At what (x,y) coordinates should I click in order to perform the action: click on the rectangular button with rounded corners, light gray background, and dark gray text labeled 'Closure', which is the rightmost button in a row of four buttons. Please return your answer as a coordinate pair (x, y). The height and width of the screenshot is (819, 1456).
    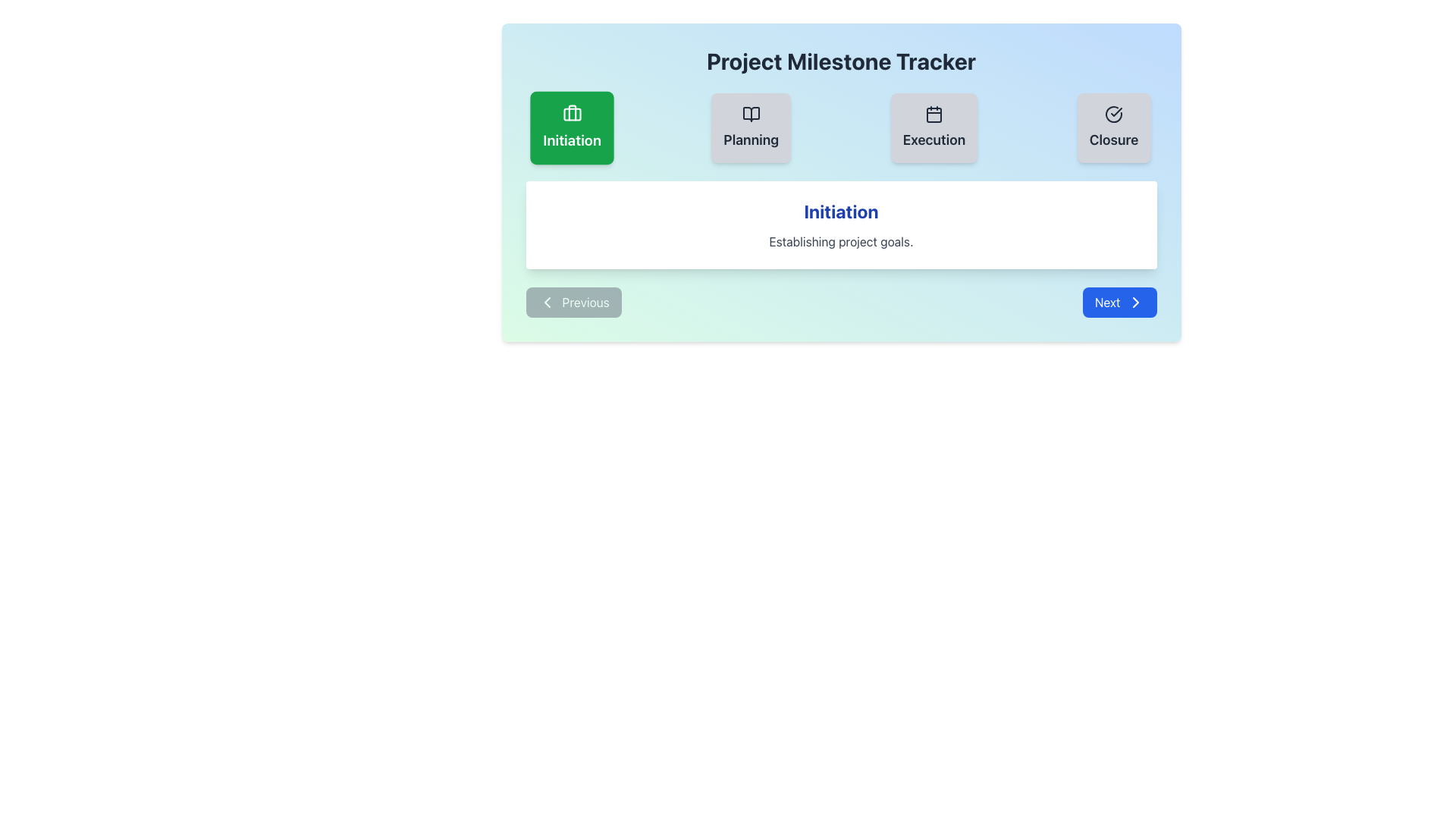
    Looking at the image, I should click on (1114, 127).